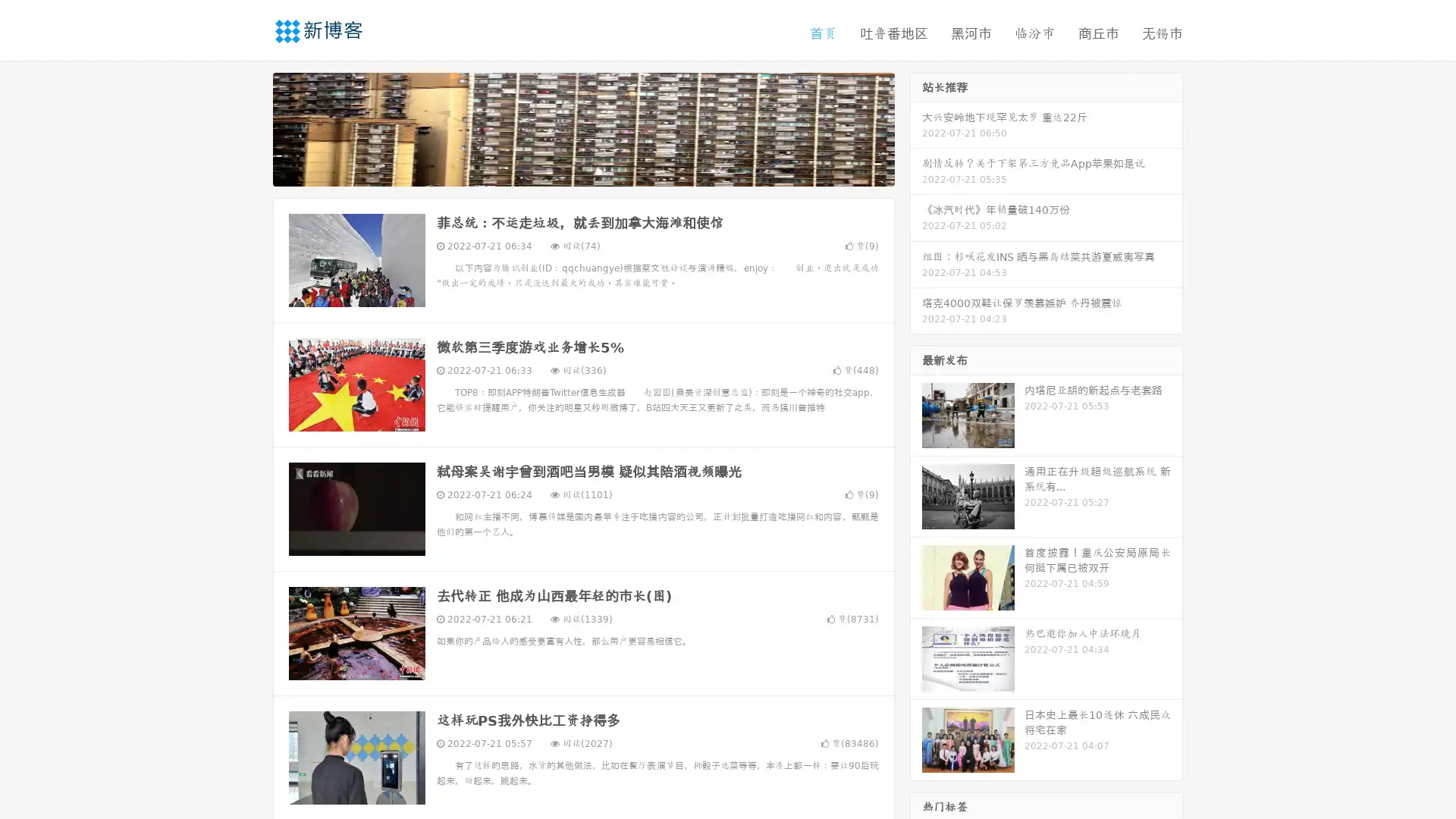 The image size is (1456, 819). I want to click on Go to slide 2, so click(582, 171).